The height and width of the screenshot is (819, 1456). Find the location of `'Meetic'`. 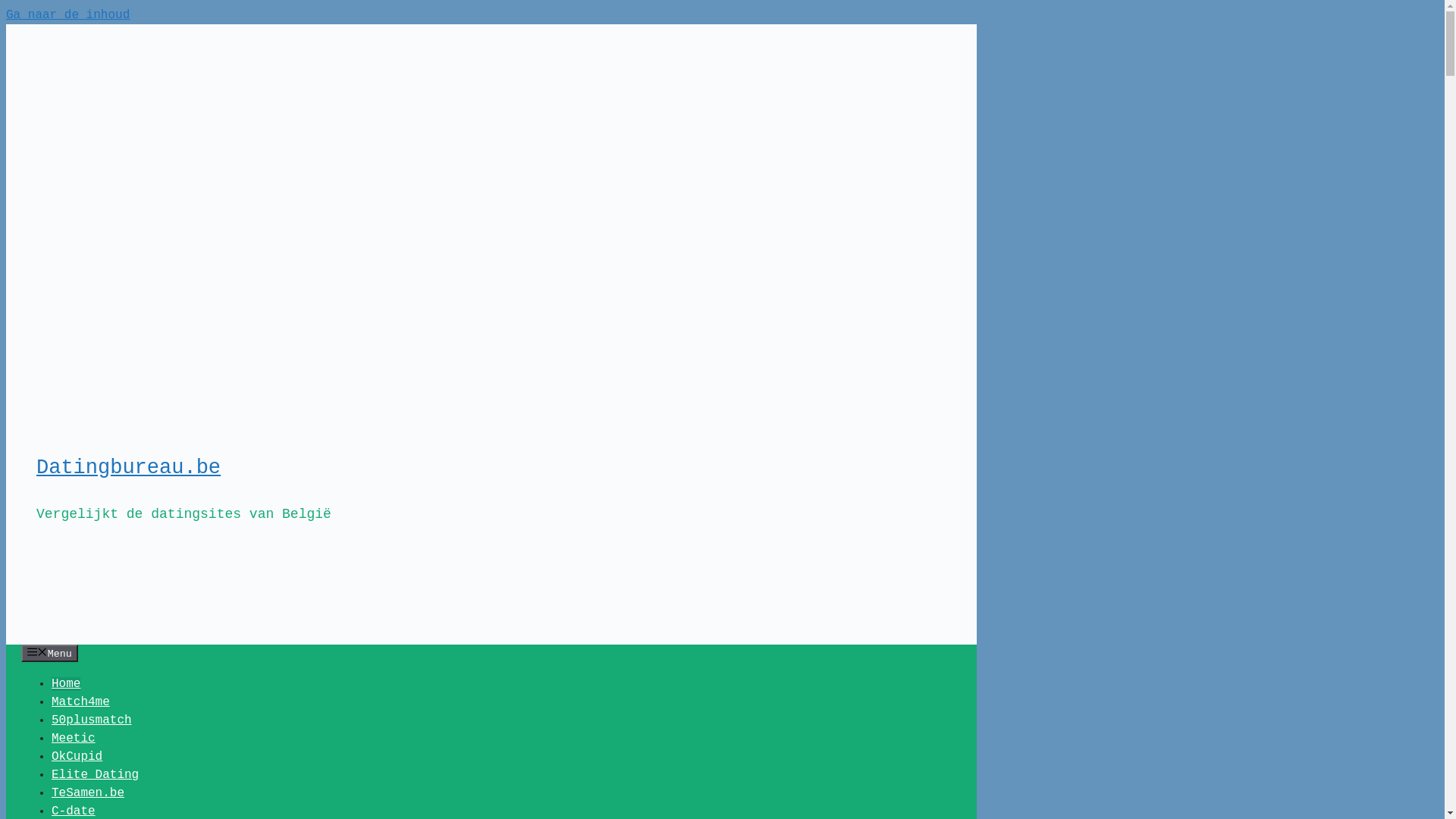

'Meetic' is located at coordinates (72, 738).